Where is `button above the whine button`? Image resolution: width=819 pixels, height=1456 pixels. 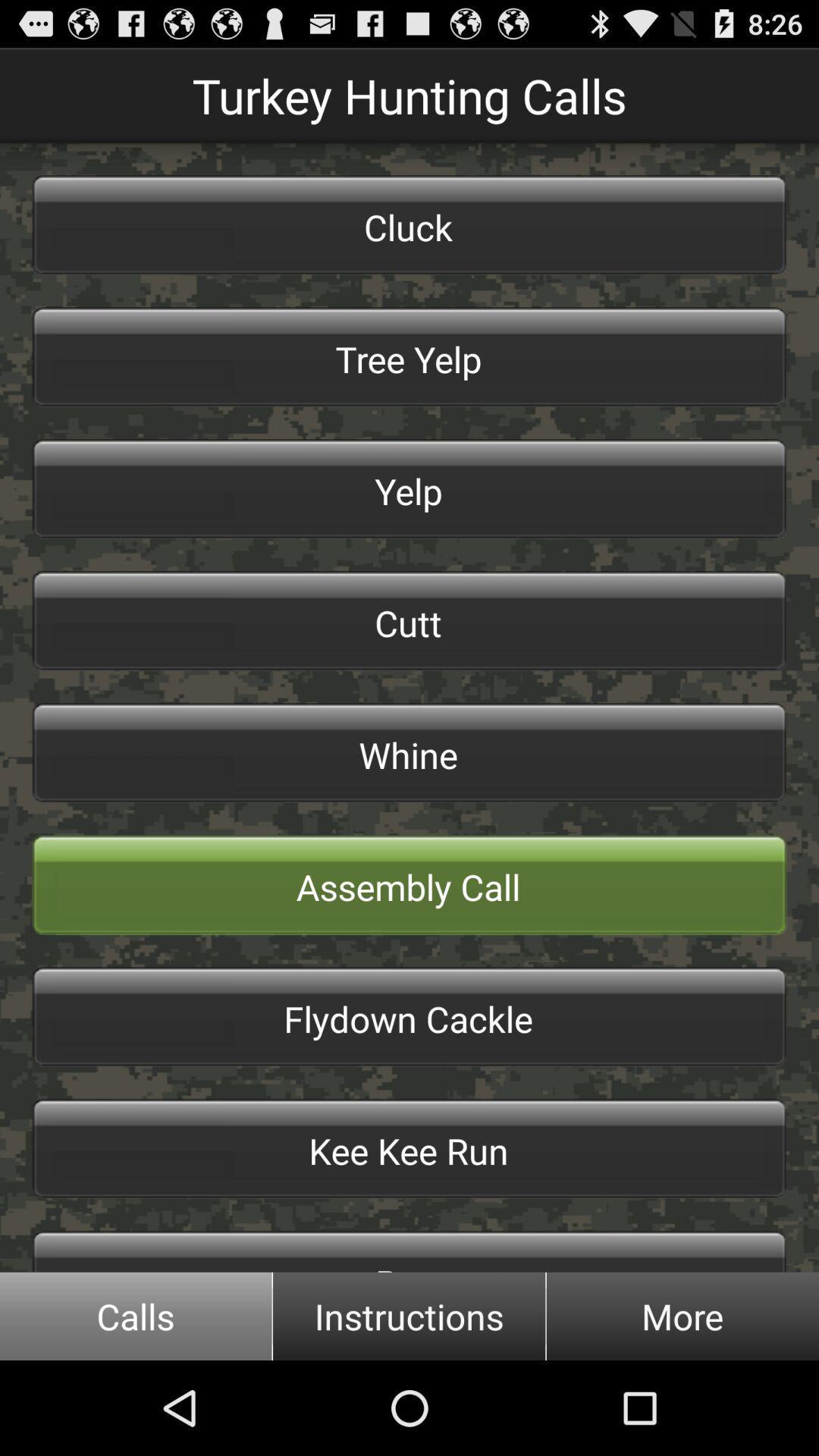 button above the whine button is located at coordinates (409, 621).